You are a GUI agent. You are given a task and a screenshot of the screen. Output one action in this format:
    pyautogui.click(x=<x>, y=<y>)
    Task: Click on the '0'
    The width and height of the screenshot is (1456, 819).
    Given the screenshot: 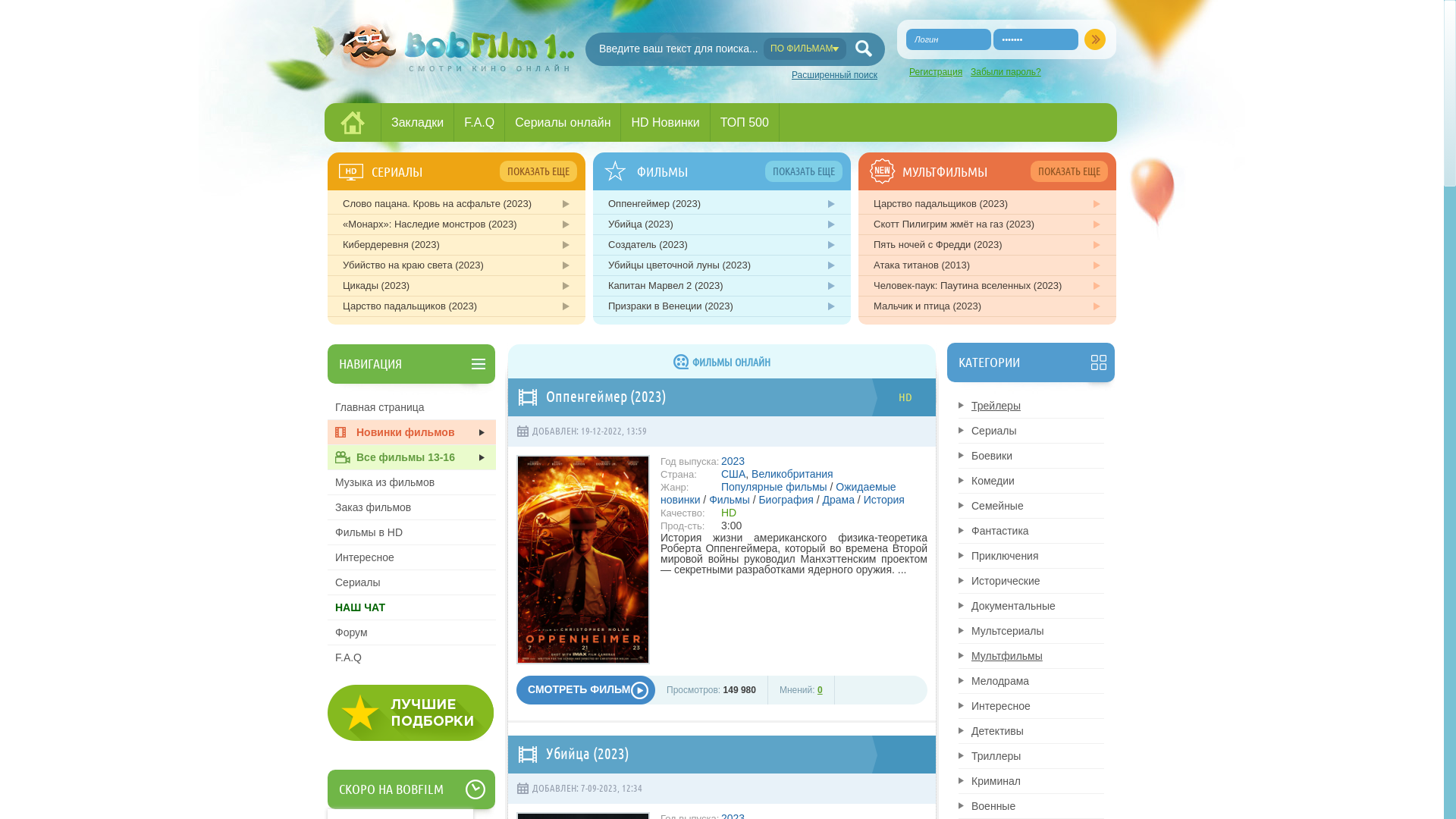 What is the action you would take?
    pyautogui.click(x=819, y=690)
    